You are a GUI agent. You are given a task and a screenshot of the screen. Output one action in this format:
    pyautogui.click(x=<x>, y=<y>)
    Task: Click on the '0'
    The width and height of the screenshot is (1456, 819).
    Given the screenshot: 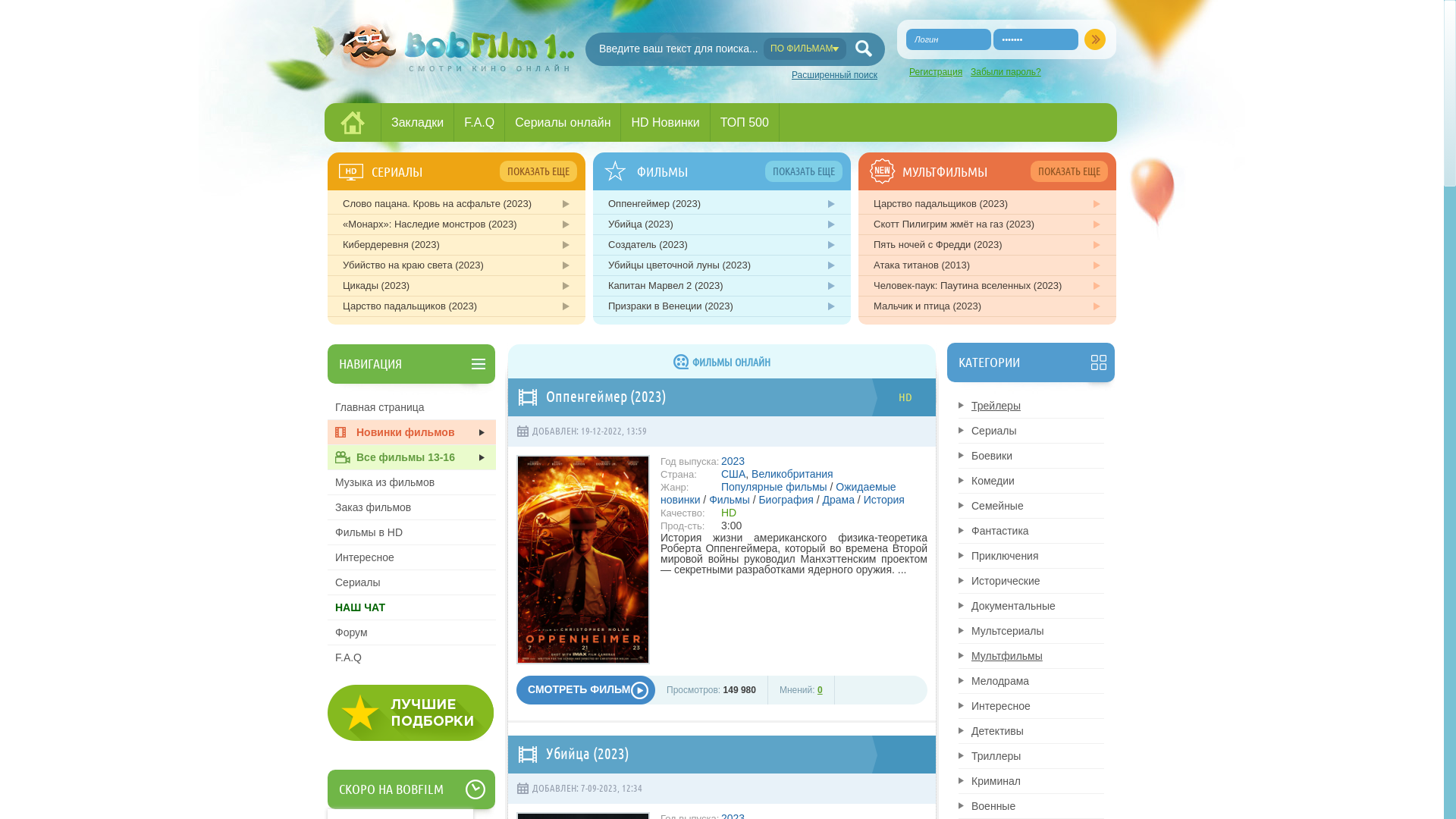 What is the action you would take?
    pyautogui.click(x=819, y=690)
    